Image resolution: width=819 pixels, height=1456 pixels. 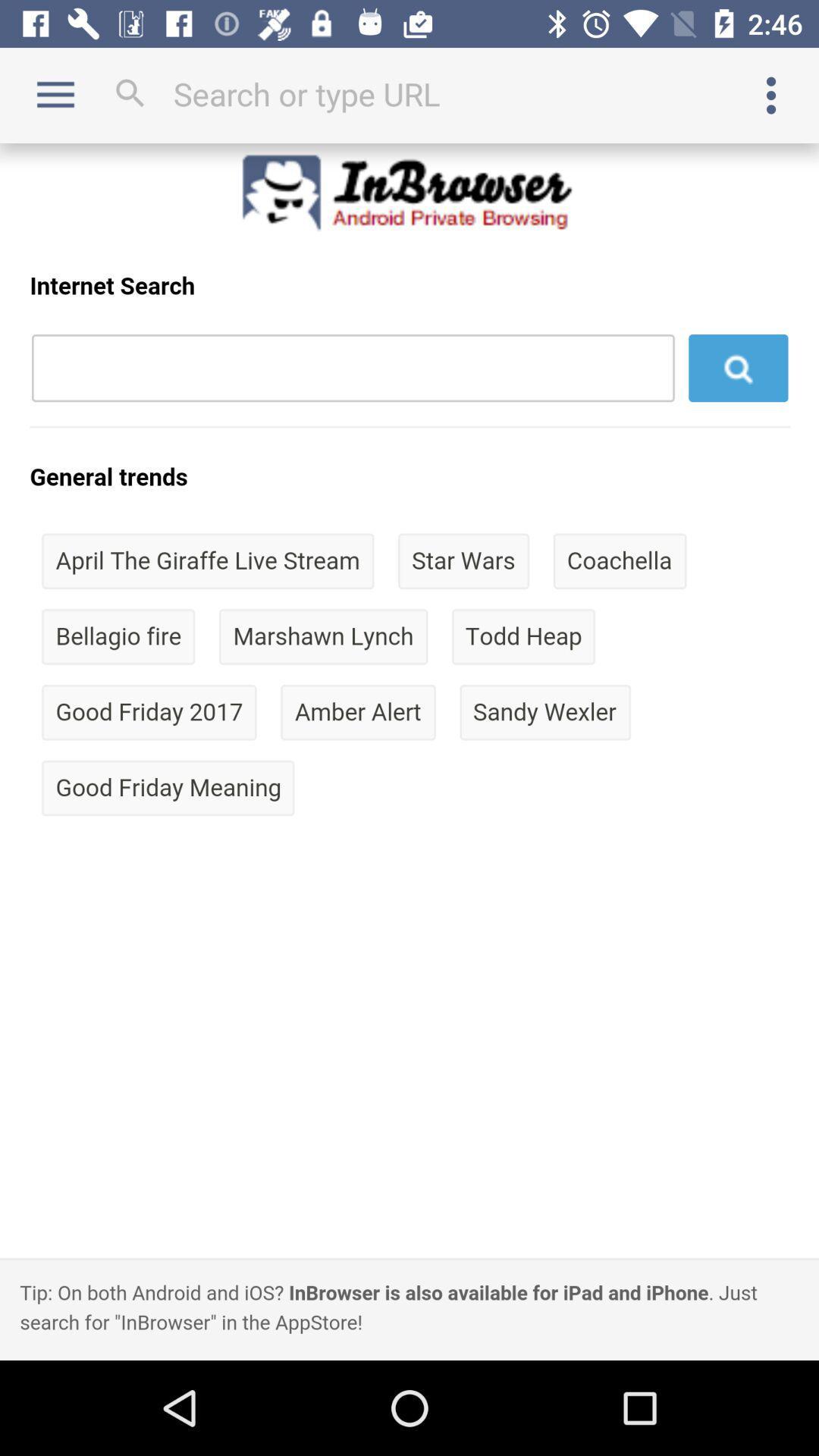 I want to click on browser settings, so click(x=771, y=94).